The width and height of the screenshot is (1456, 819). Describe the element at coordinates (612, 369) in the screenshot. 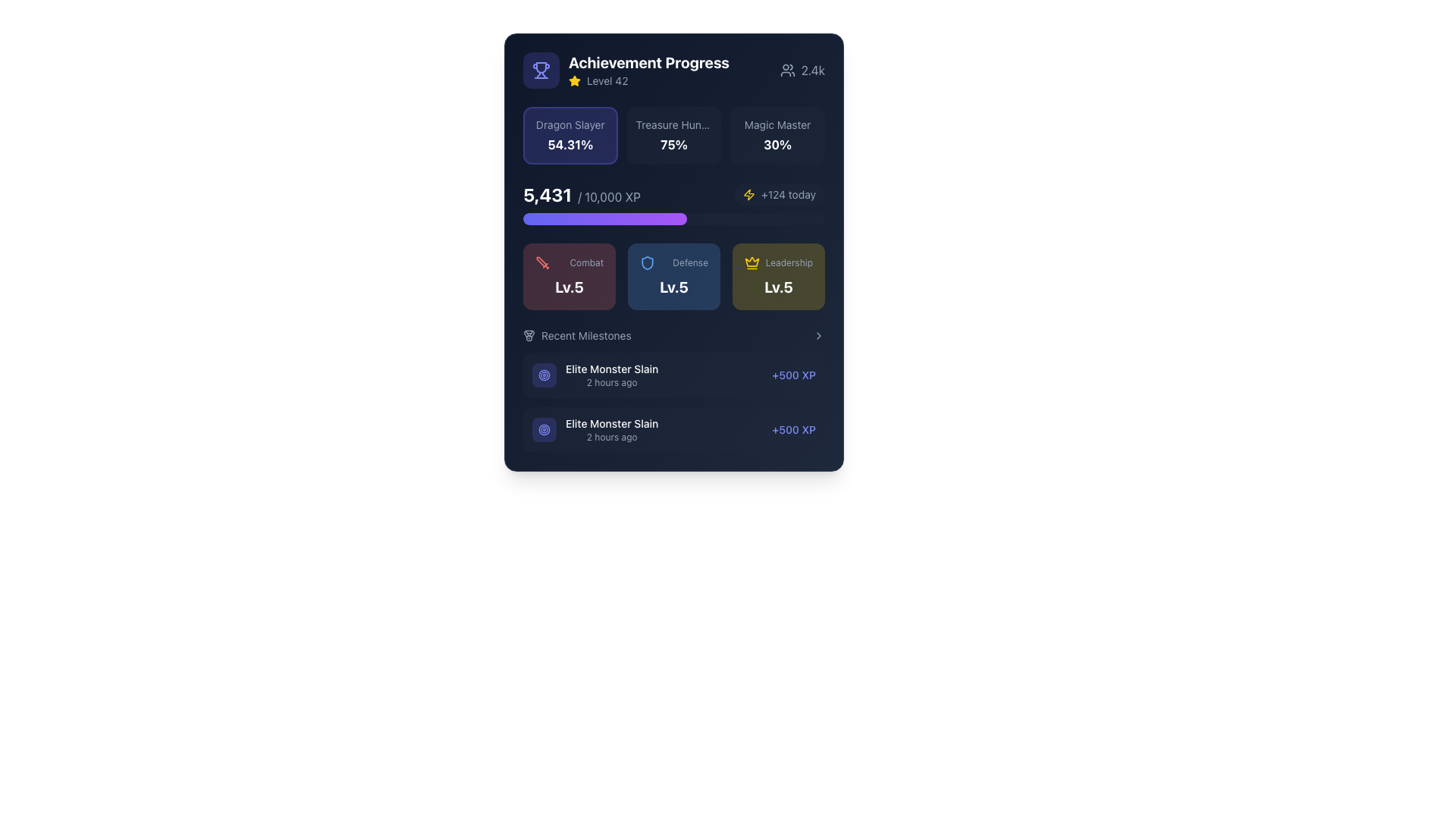

I see `'Elite Monster Slain' text label located in the 'Recent Milestones' section, positioned as the first label under the section header` at that location.